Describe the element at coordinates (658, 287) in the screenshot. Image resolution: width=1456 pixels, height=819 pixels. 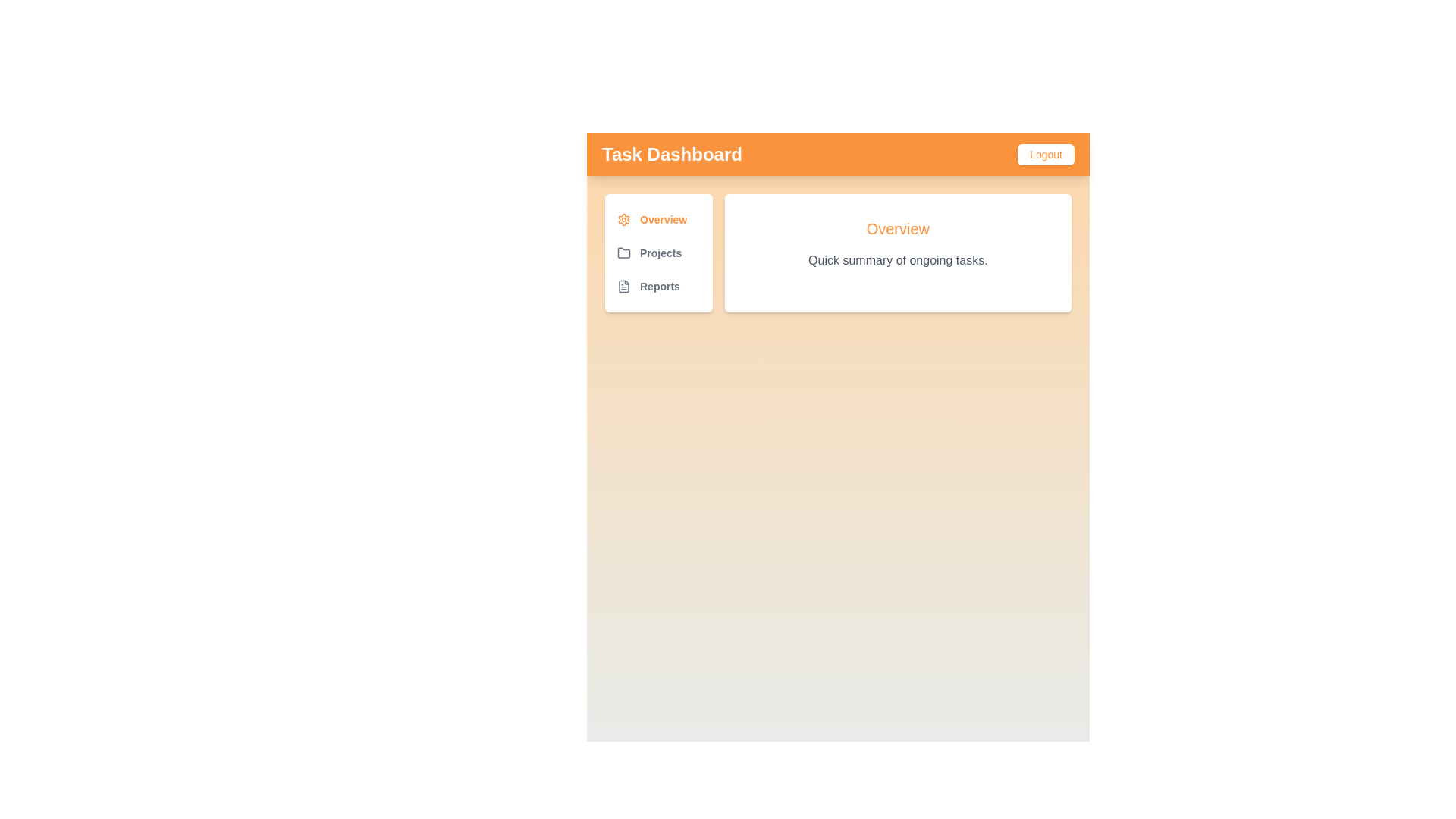
I see `the 'Reports' navigation label with an accompanying document icon located in the left vertical navigation bar, which is the third item in the menu following 'Overview' and 'Projects'` at that location.